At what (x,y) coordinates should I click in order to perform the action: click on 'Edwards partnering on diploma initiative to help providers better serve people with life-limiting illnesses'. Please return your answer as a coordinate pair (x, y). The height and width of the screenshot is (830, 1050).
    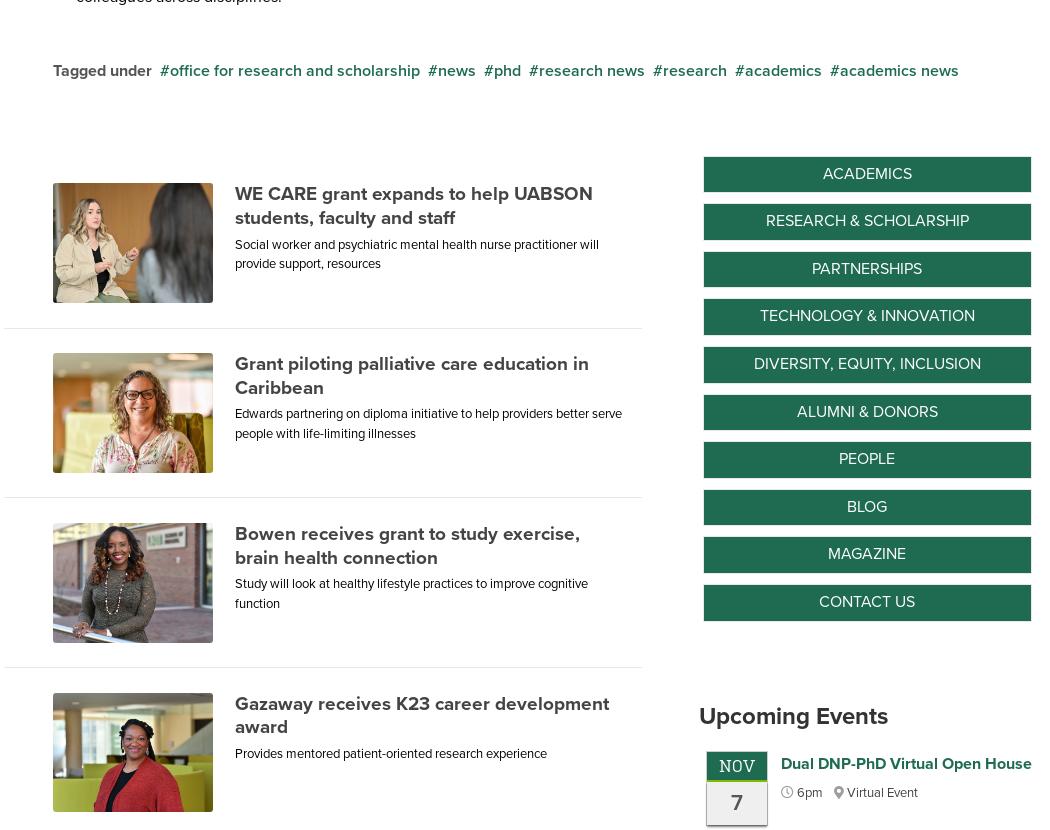
    Looking at the image, I should click on (427, 423).